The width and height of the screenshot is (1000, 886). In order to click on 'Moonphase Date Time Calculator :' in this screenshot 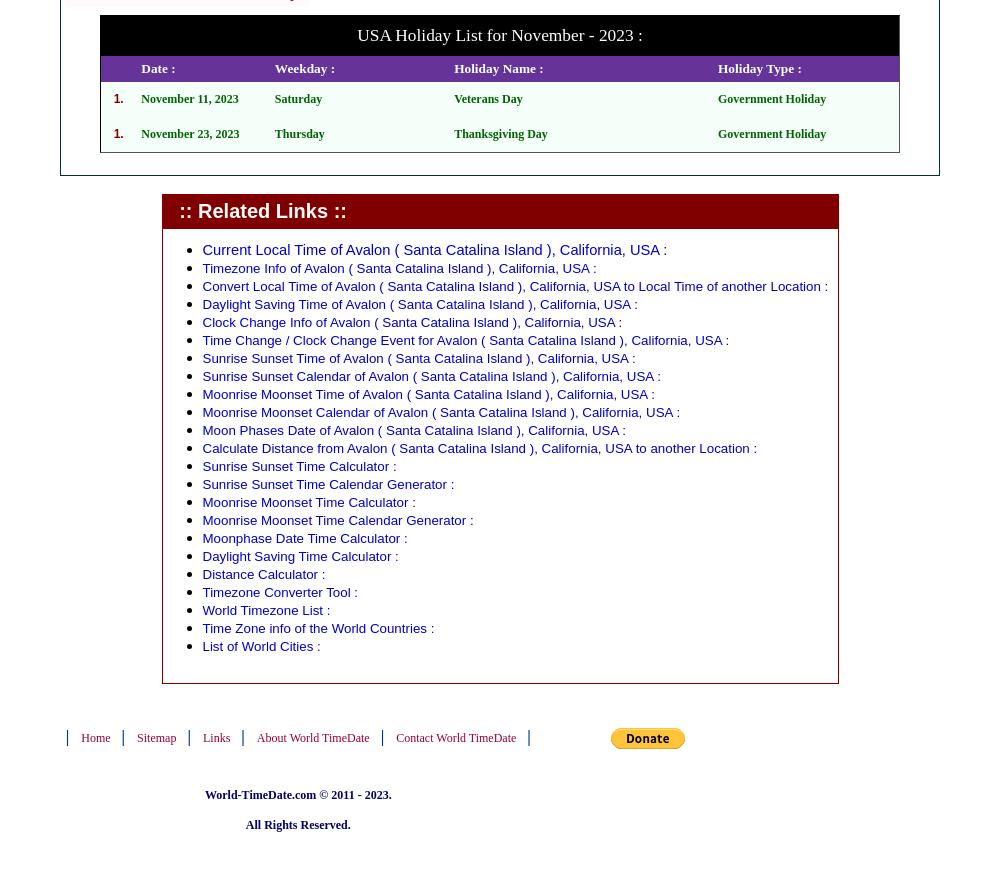, I will do `click(304, 538)`.